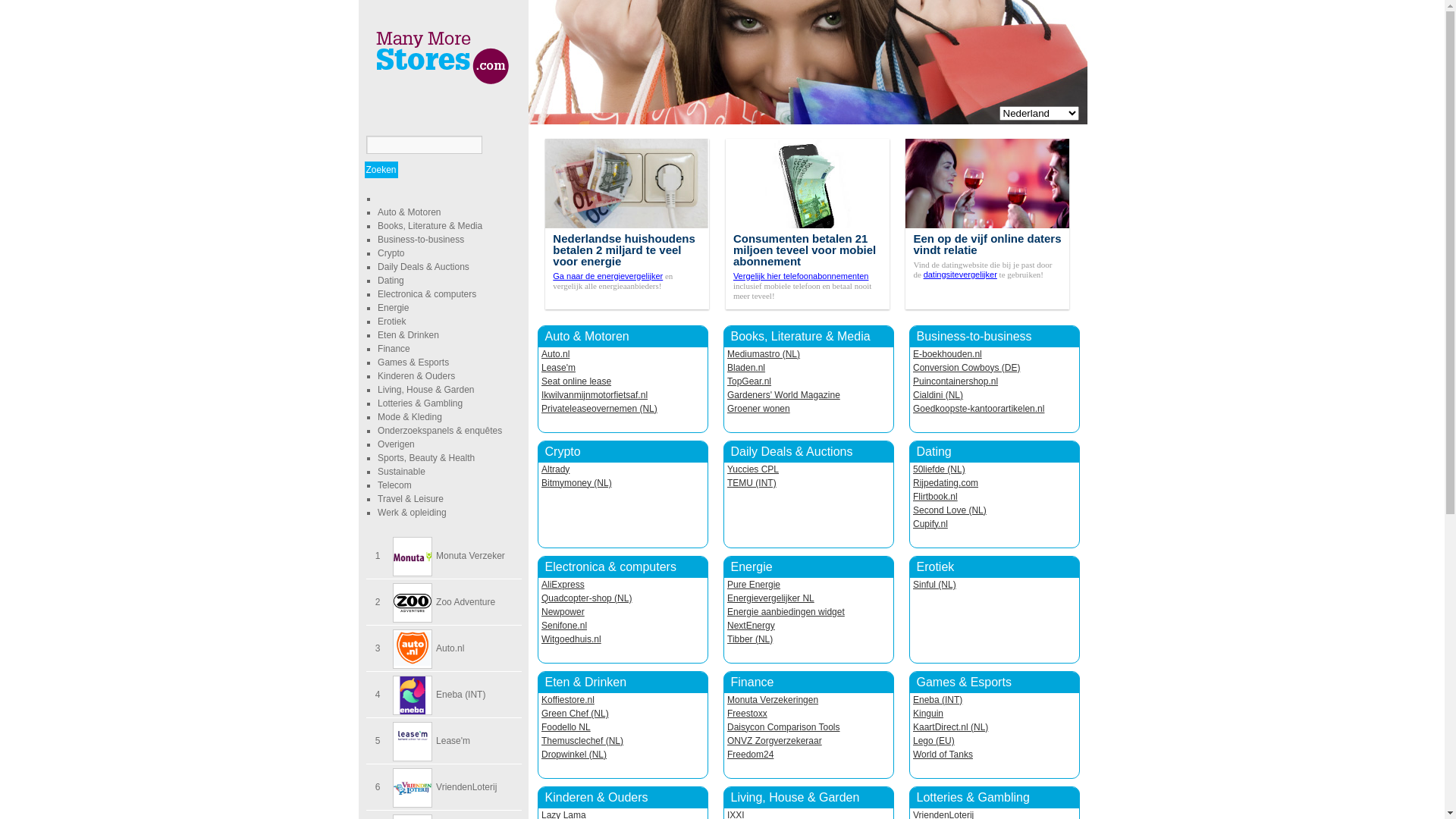 The image size is (1456, 819). I want to click on 'Games & Esports', so click(413, 362).